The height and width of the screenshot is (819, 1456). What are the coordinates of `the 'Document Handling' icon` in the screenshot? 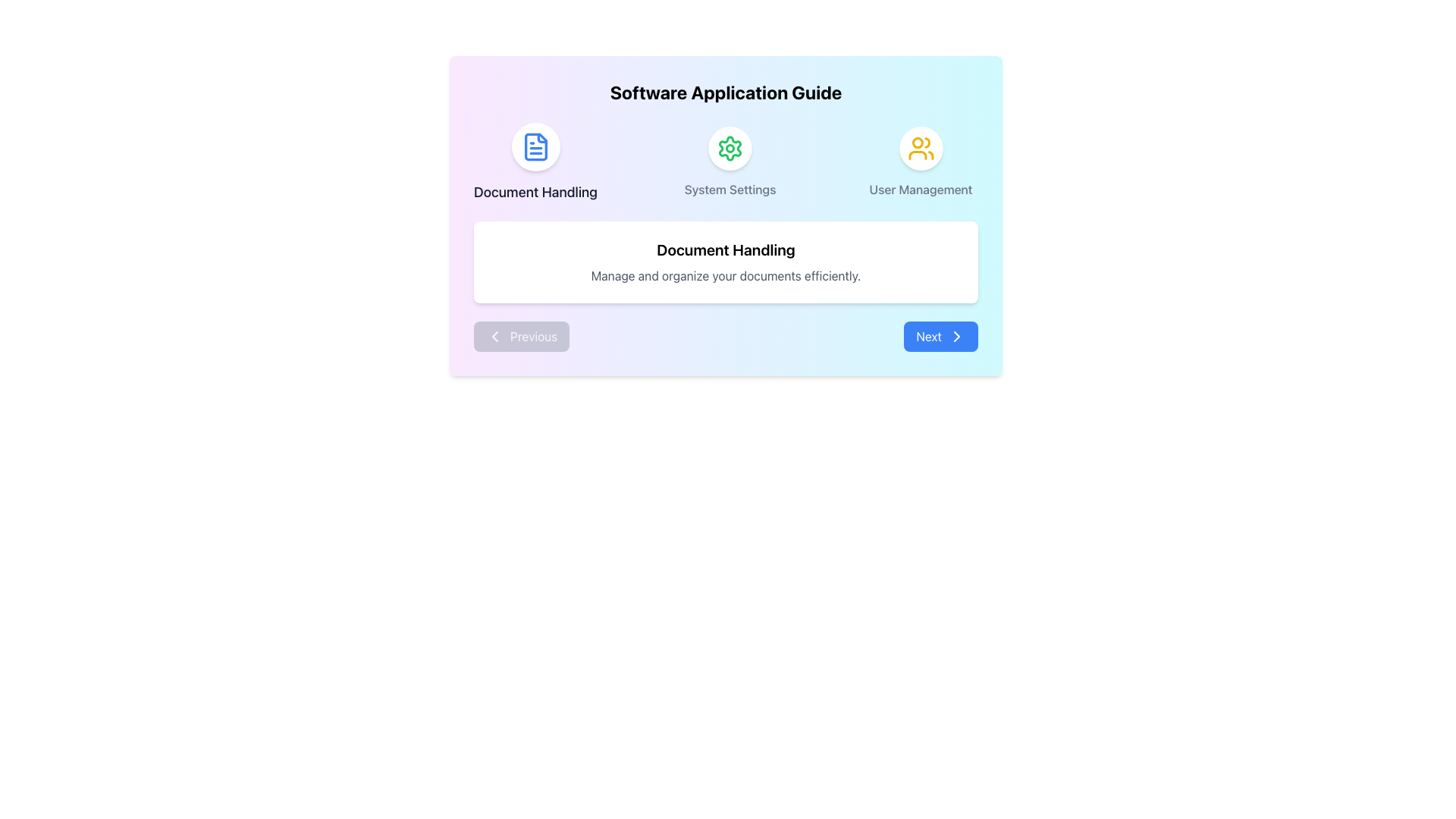 It's located at (535, 146).